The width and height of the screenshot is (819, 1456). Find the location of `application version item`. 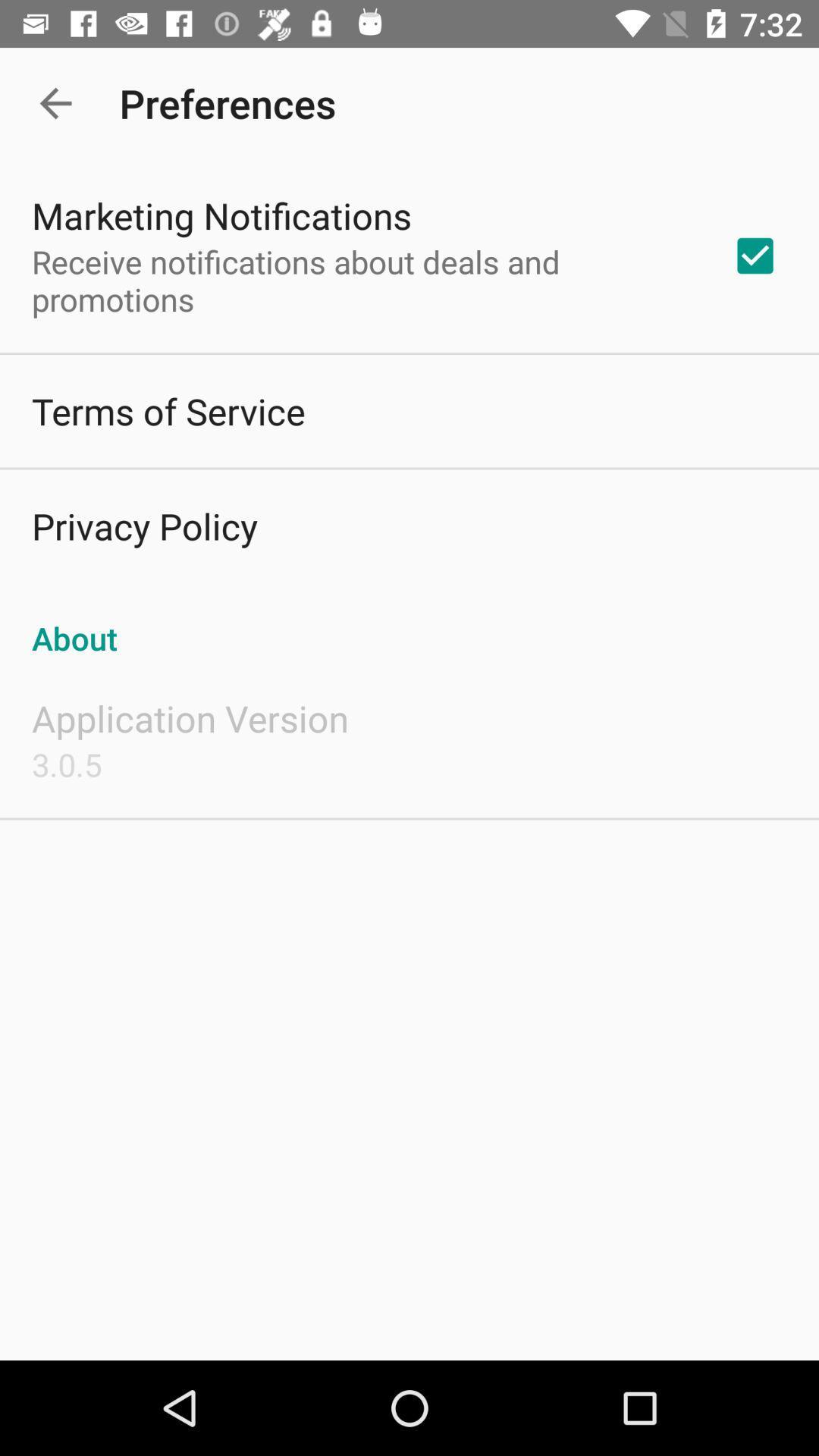

application version item is located at coordinates (189, 717).